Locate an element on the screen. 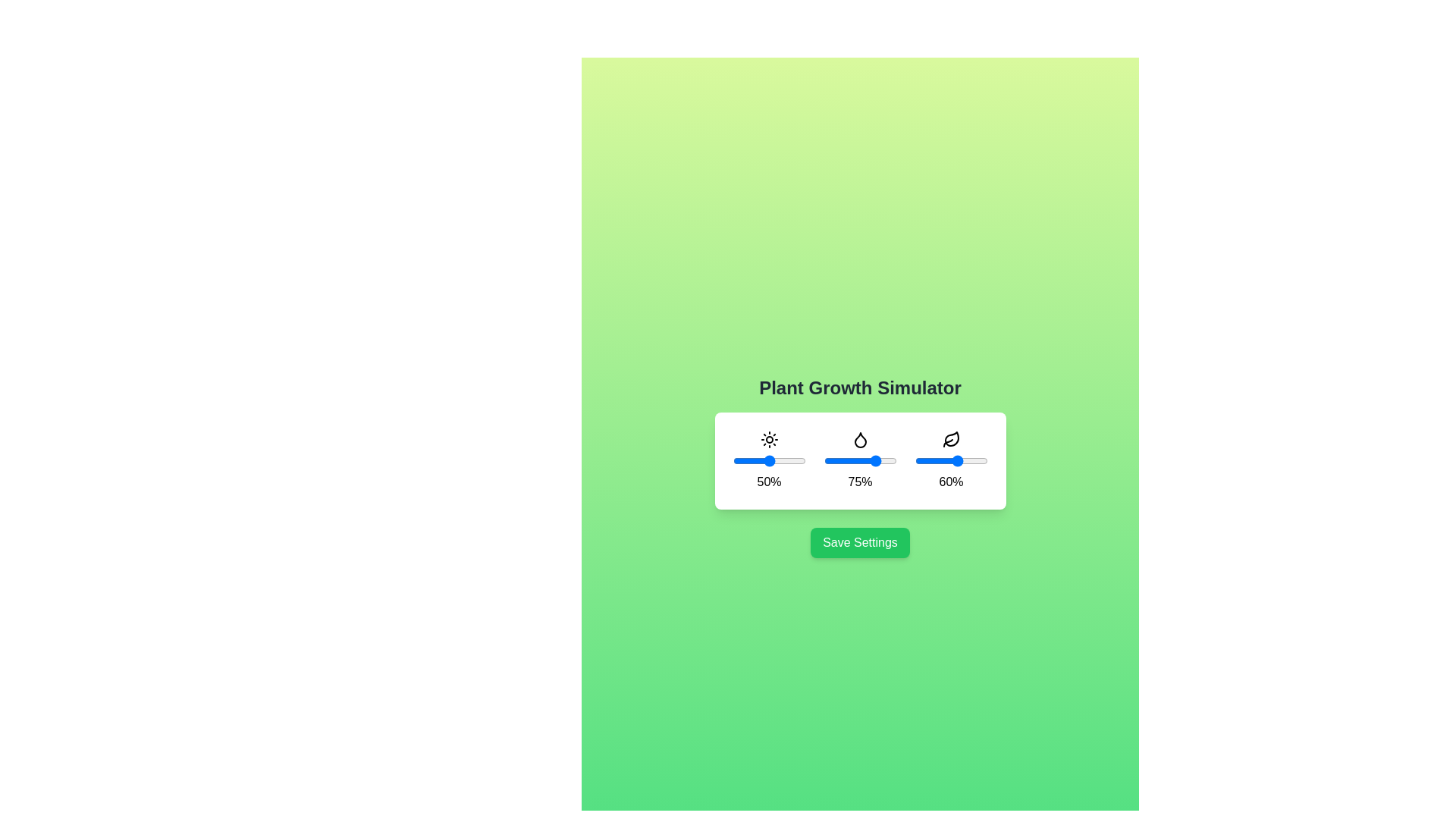 The width and height of the screenshot is (1456, 819). the sunlight slider to 52% is located at coordinates (770, 460).